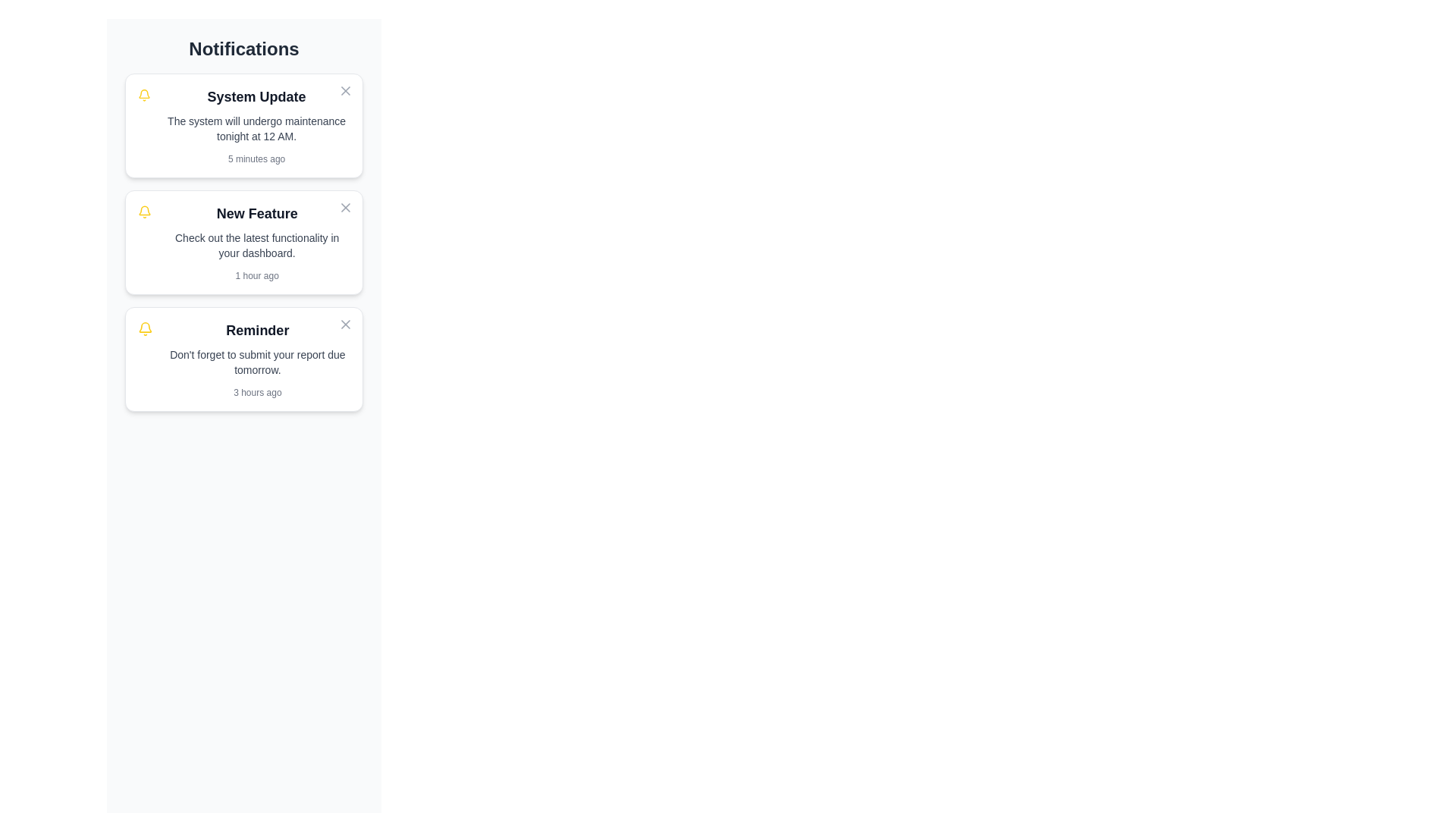  Describe the element at coordinates (145, 212) in the screenshot. I see `the small yellow bell icon, which is located in the upper-left corner of the 'New Feature' notification card in the notification list` at that location.